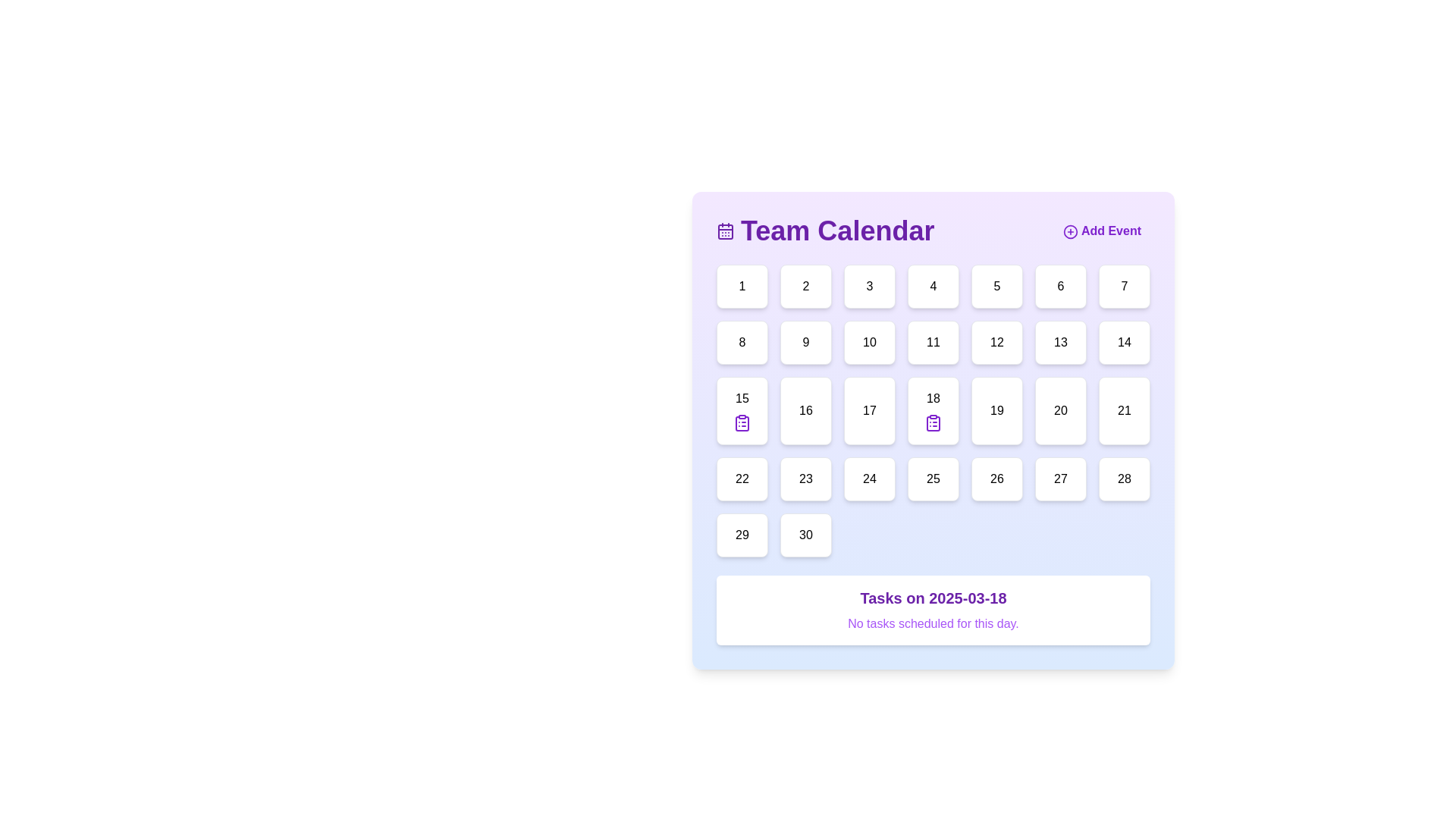 This screenshot has width=1456, height=819. Describe the element at coordinates (997, 411) in the screenshot. I see `the calendar day cell representing the 19th day` at that location.